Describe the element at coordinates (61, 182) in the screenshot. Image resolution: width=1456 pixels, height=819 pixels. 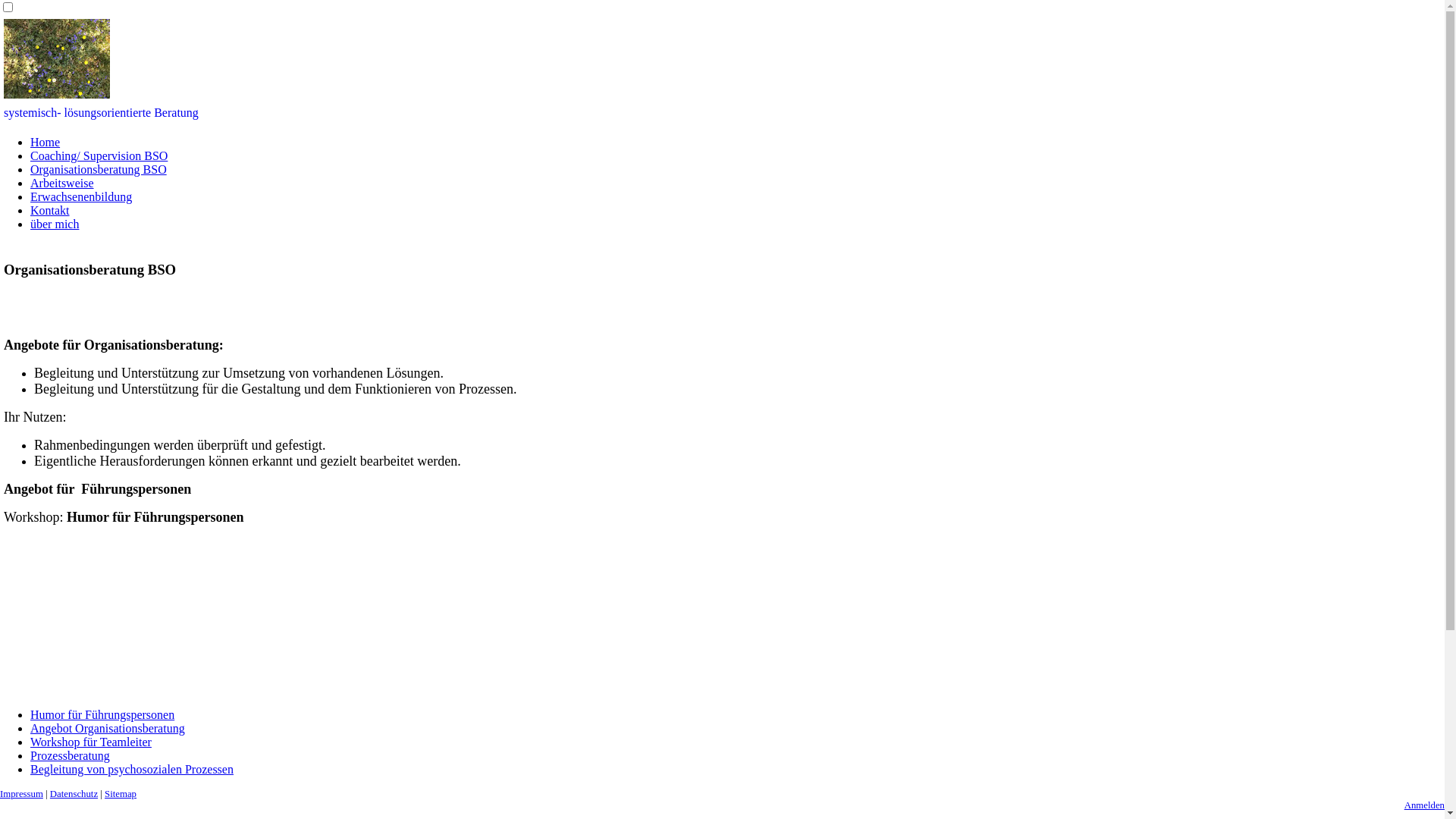
I see `'Arbeitsweise'` at that location.